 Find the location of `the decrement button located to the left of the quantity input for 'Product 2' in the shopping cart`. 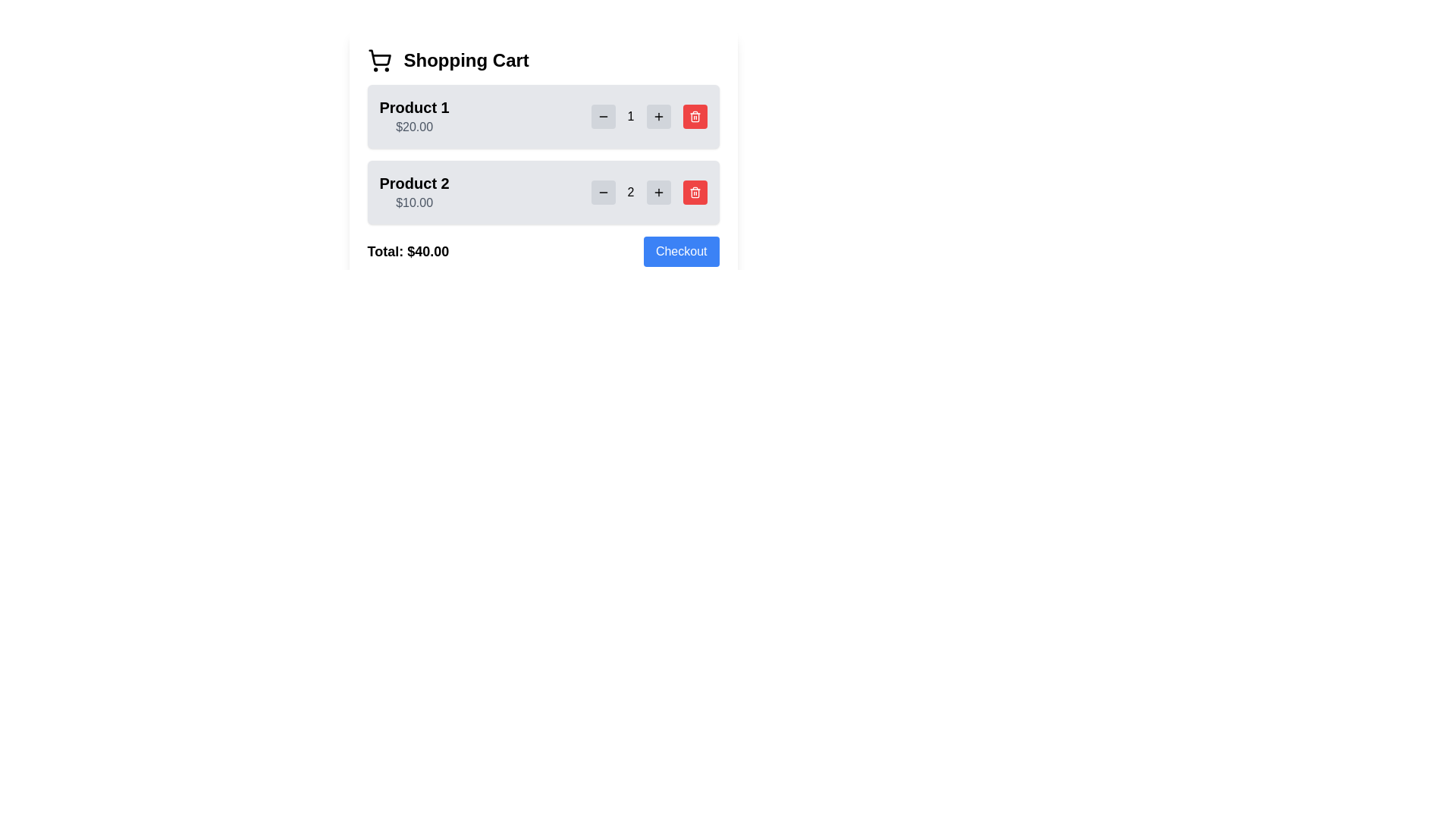

the decrement button located to the left of the quantity input for 'Product 2' in the shopping cart is located at coordinates (602, 192).